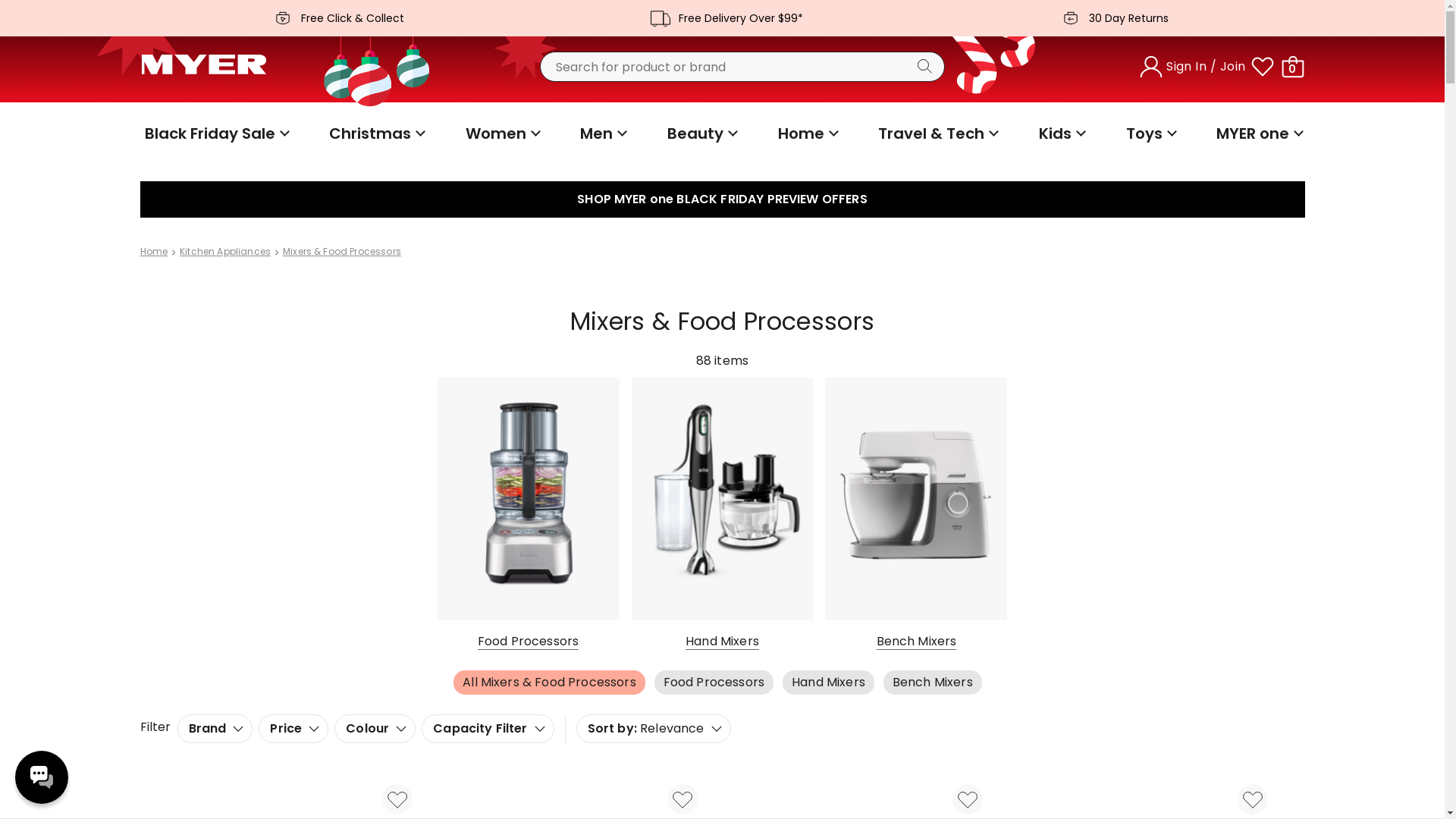 This screenshot has height=819, width=1456. What do you see at coordinates (1150, 133) in the screenshot?
I see `'Toys'` at bounding box center [1150, 133].